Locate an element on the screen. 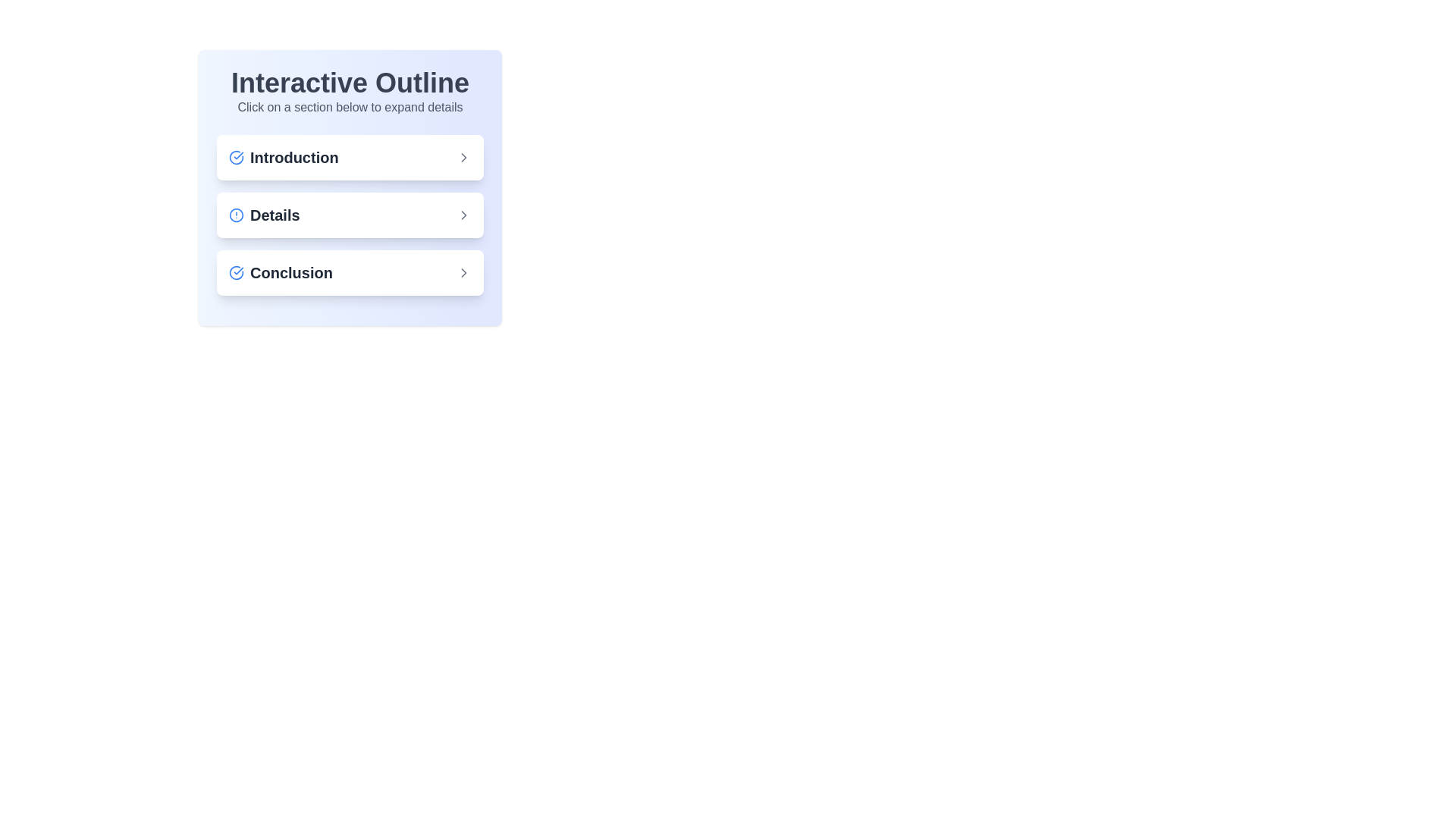 The image size is (1456, 819). the 'Details' section is located at coordinates (264, 215).